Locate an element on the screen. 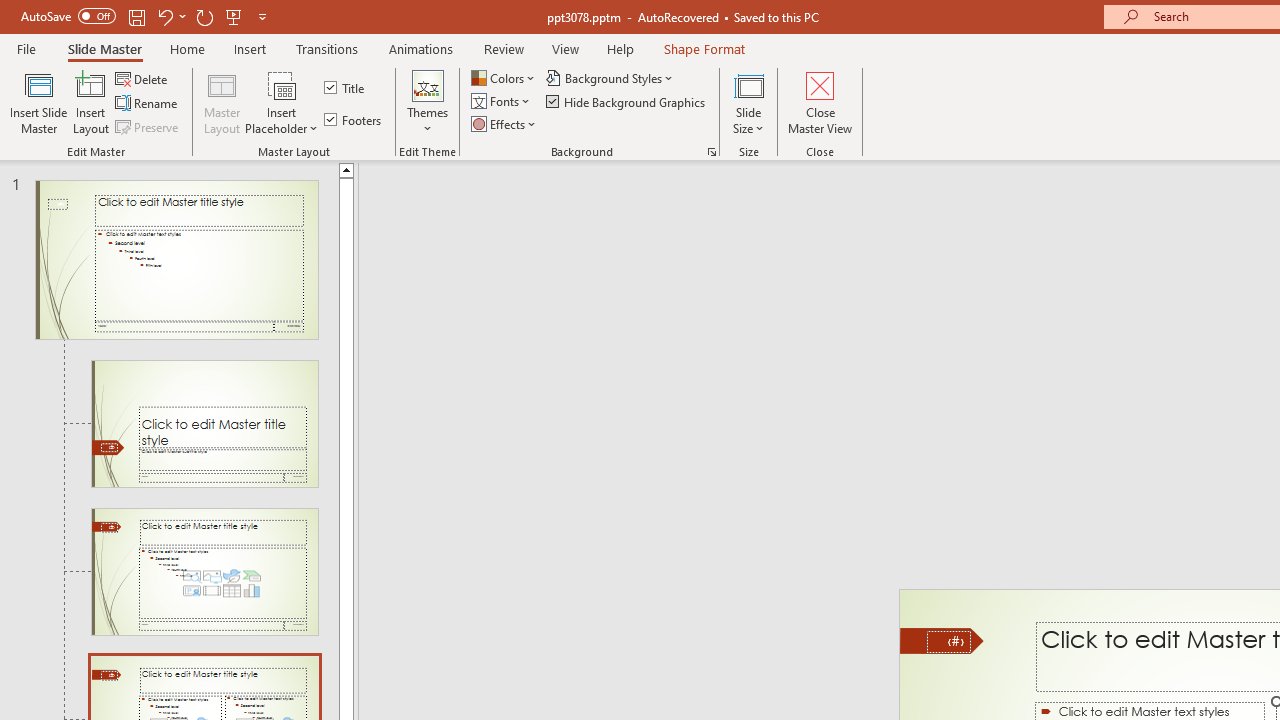 The height and width of the screenshot is (720, 1280). 'Delete' is located at coordinates (142, 78).